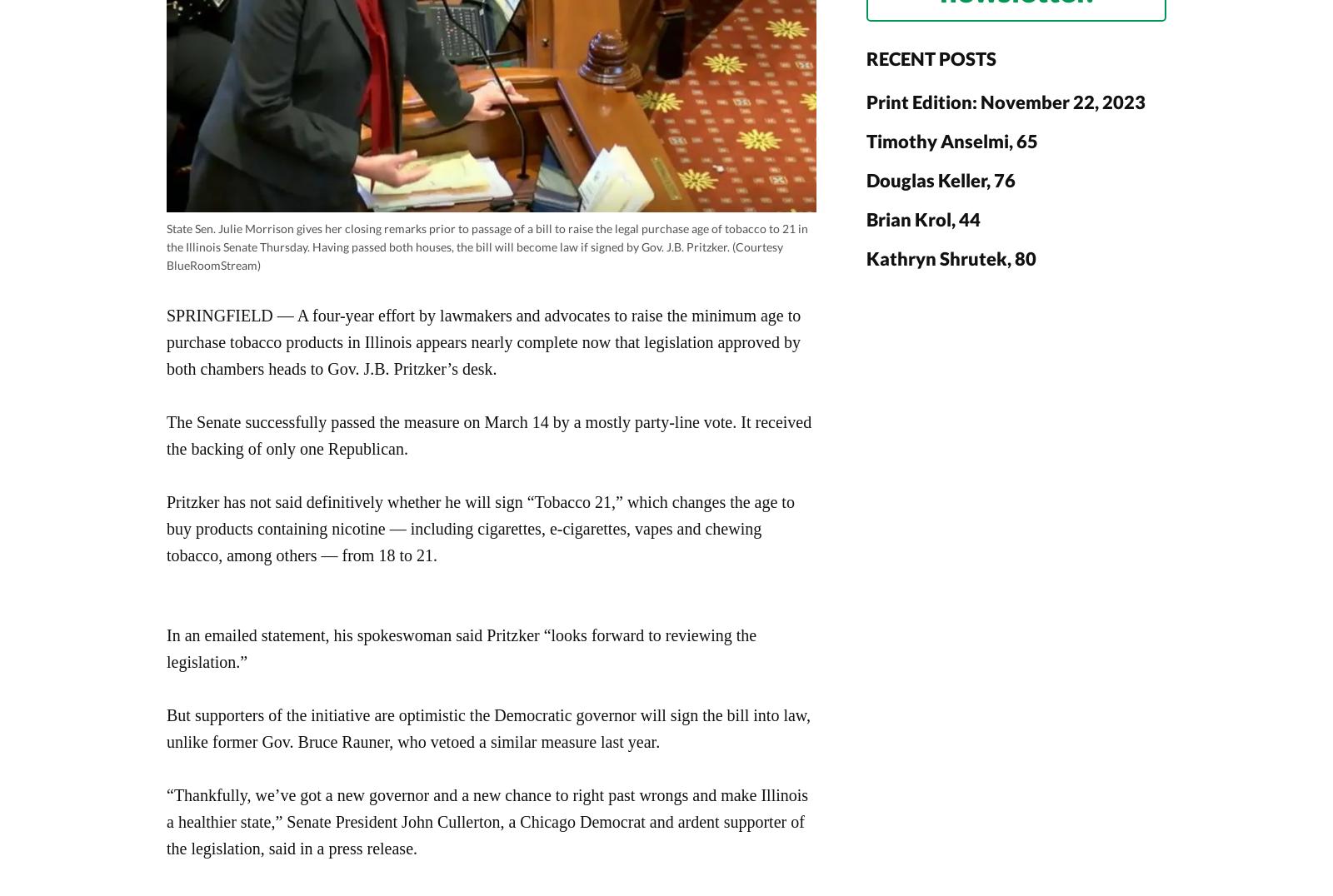 This screenshot has width=1333, height=896. What do you see at coordinates (486, 246) in the screenshot?
I see `'State Sen. Julie Morrison gives her closing remarks prior to passage of a bill to raise the legal purchase age of tobacco to 21 in the Illinois Senate Thursday. Having passed both houses, the bill will become law if signed by Gov. J.B. Pritzker. (Courtesy BlueRoomStream)'` at bounding box center [486, 246].